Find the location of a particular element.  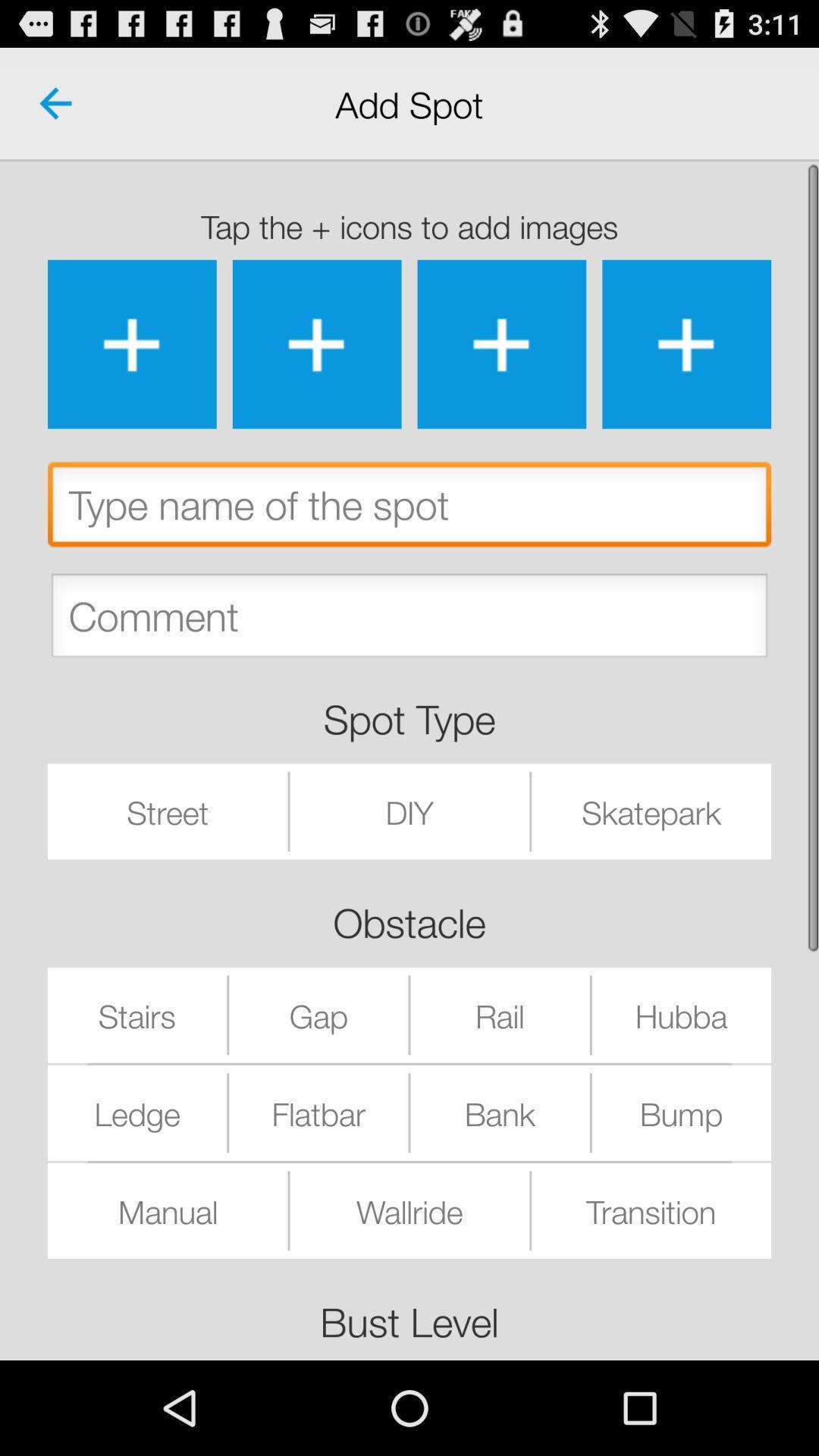

manual item is located at coordinates (168, 1210).